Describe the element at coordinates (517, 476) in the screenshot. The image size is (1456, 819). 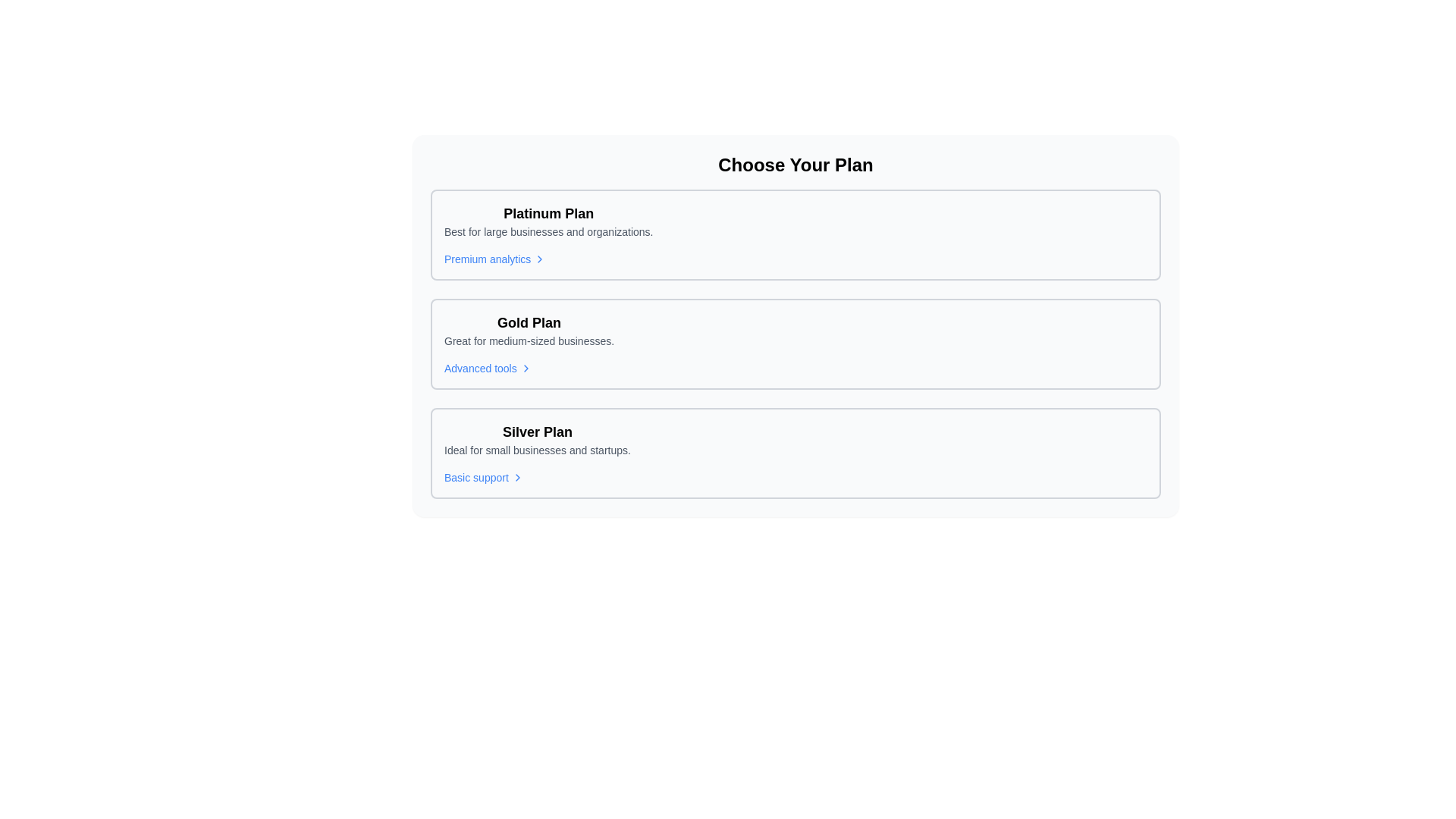
I see `the icon that visually indicates an action related to the 'Basic support' text, located to the right of the 'Basic support' link in the Silver Plan section` at that location.